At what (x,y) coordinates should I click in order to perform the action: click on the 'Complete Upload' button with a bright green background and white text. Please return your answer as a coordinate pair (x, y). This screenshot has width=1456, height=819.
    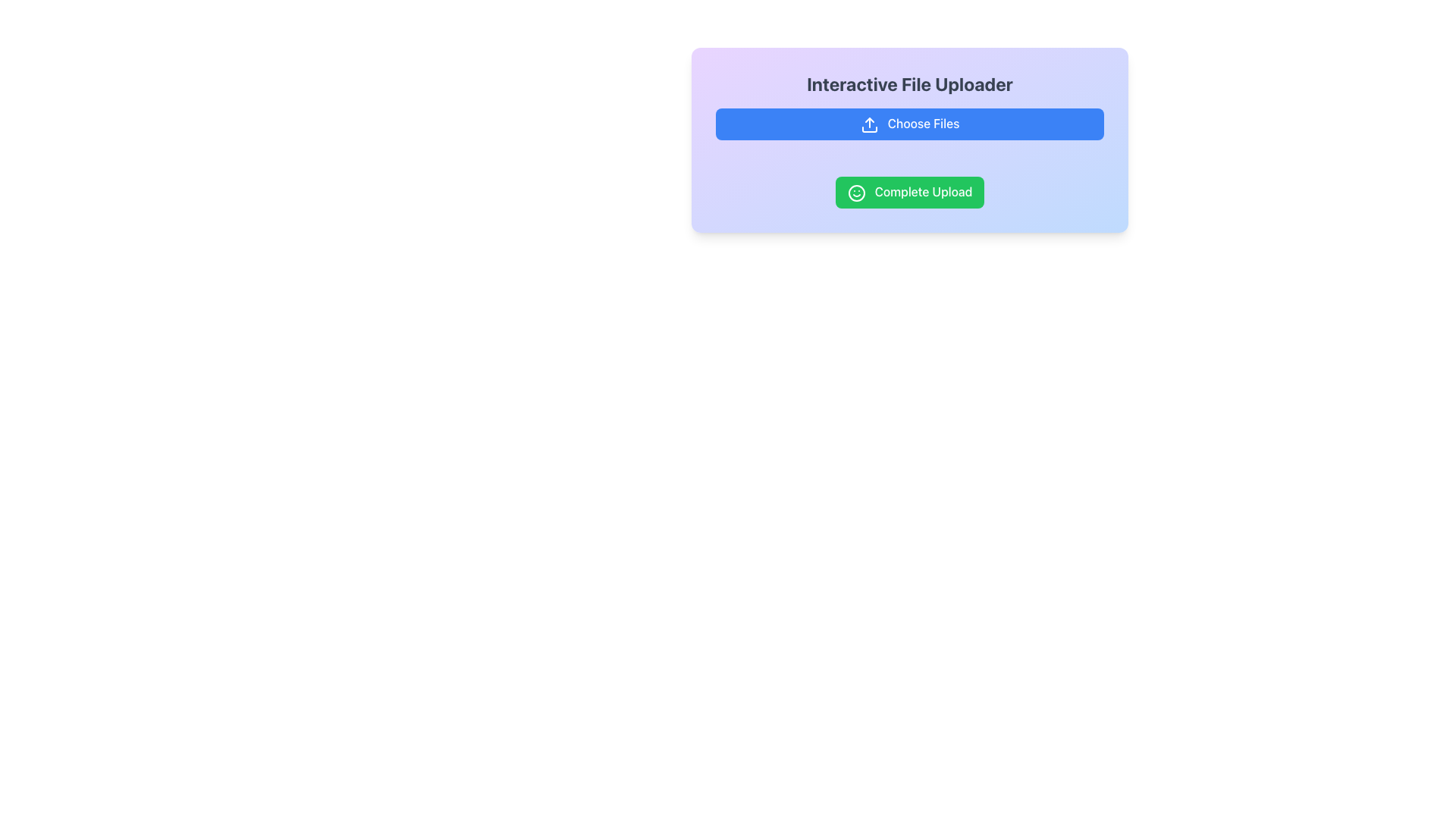
    Looking at the image, I should click on (910, 191).